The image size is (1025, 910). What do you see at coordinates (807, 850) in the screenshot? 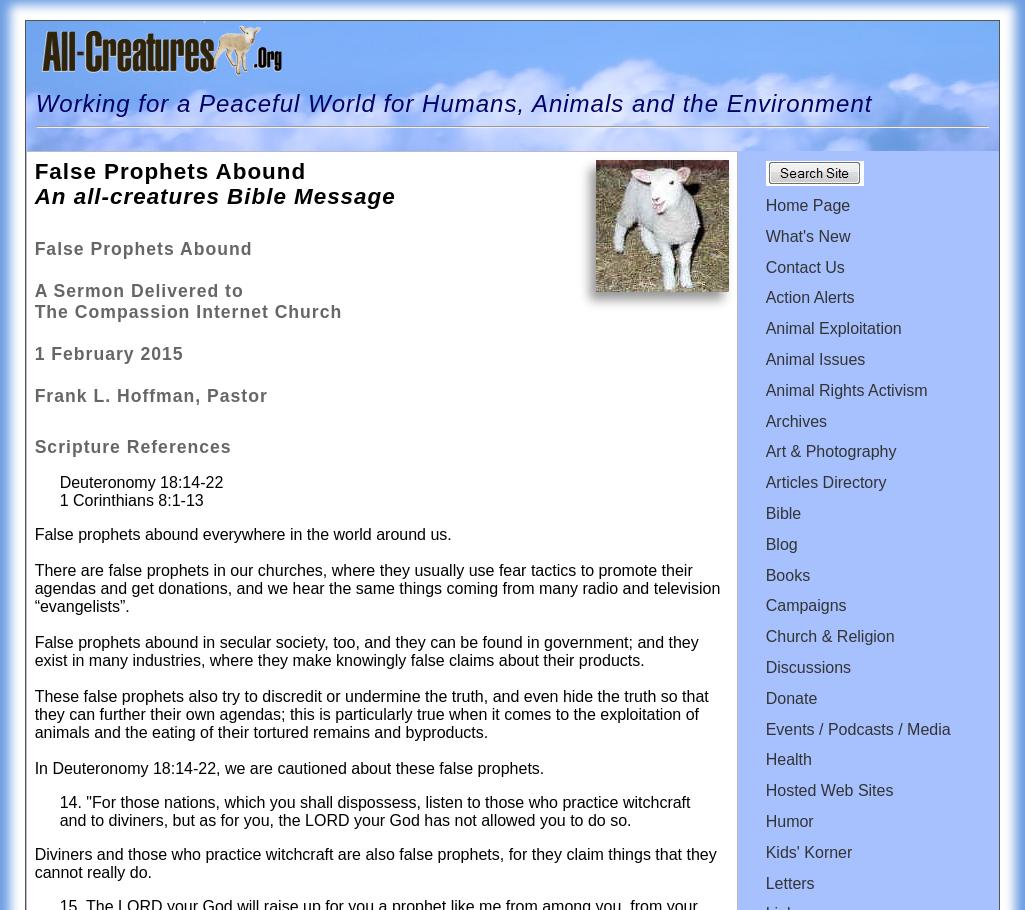
I see `'Kids' Korner'` at bounding box center [807, 850].